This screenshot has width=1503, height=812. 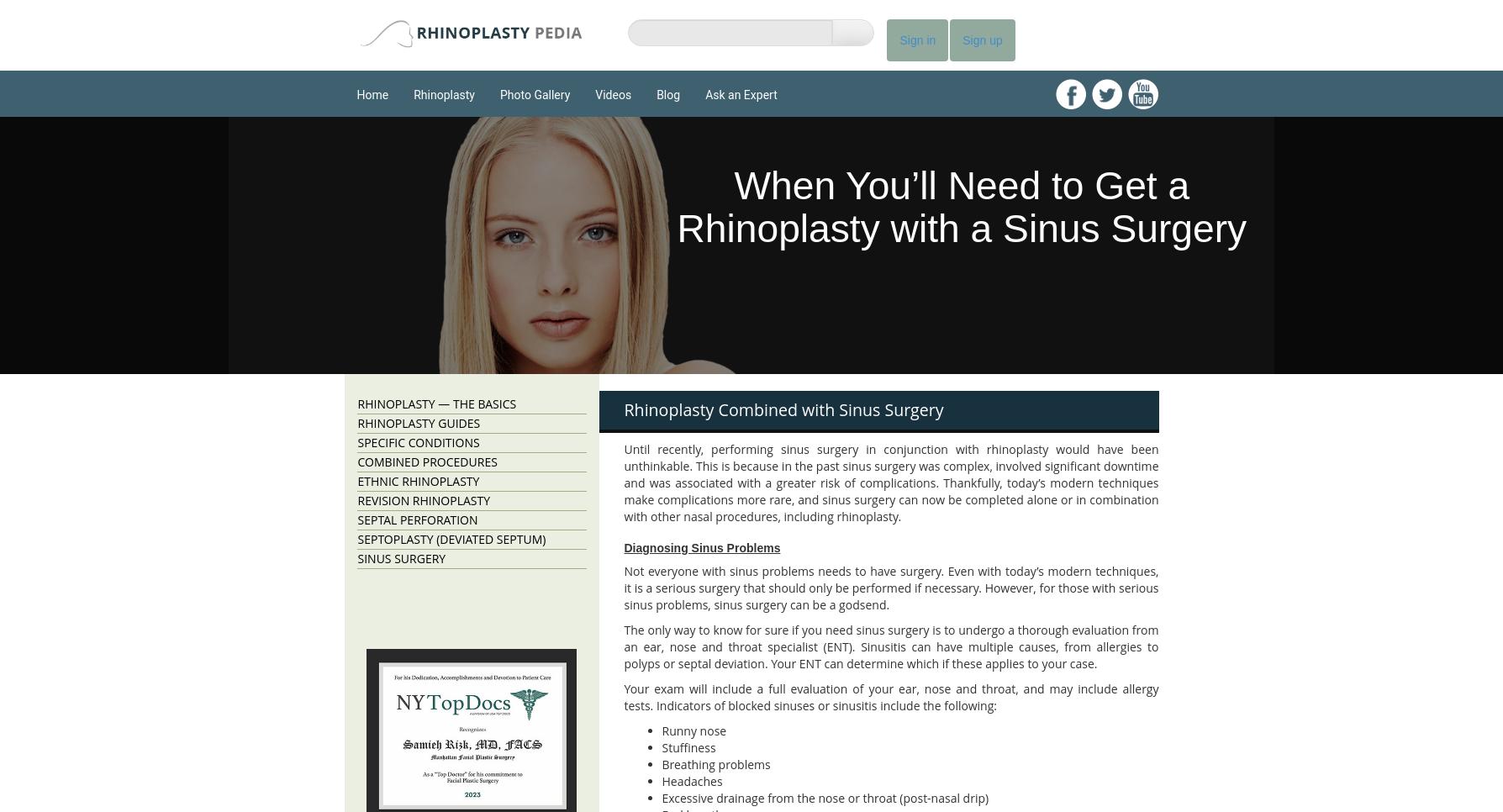 What do you see at coordinates (451, 538) in the screenshot?
I see `'SEPTOPLASTY (DEVIATED SEPTUM)'` at bounding box center [451, 538].